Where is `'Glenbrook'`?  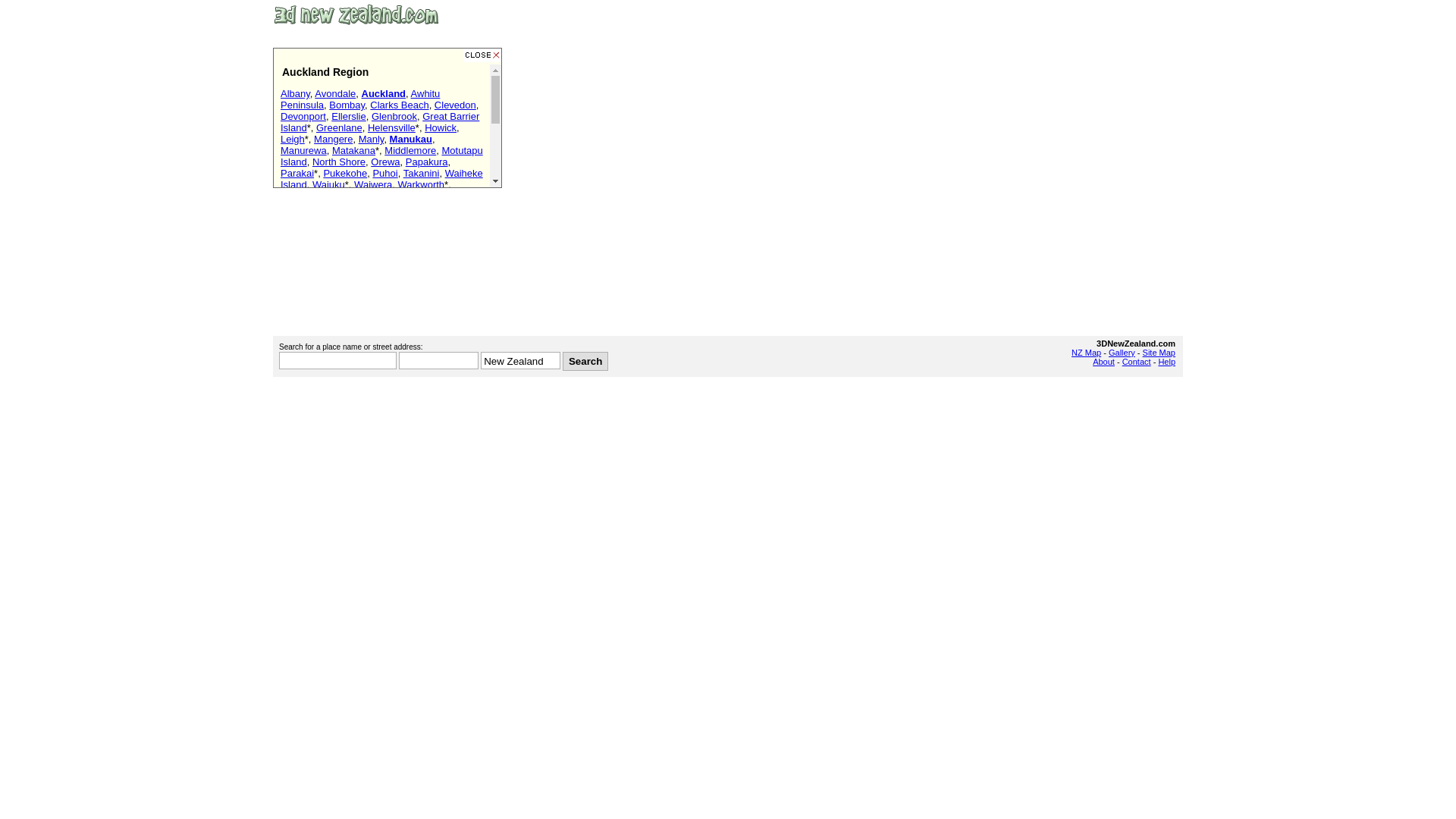 'Glenbrook' is located at coordinates (394, 115).